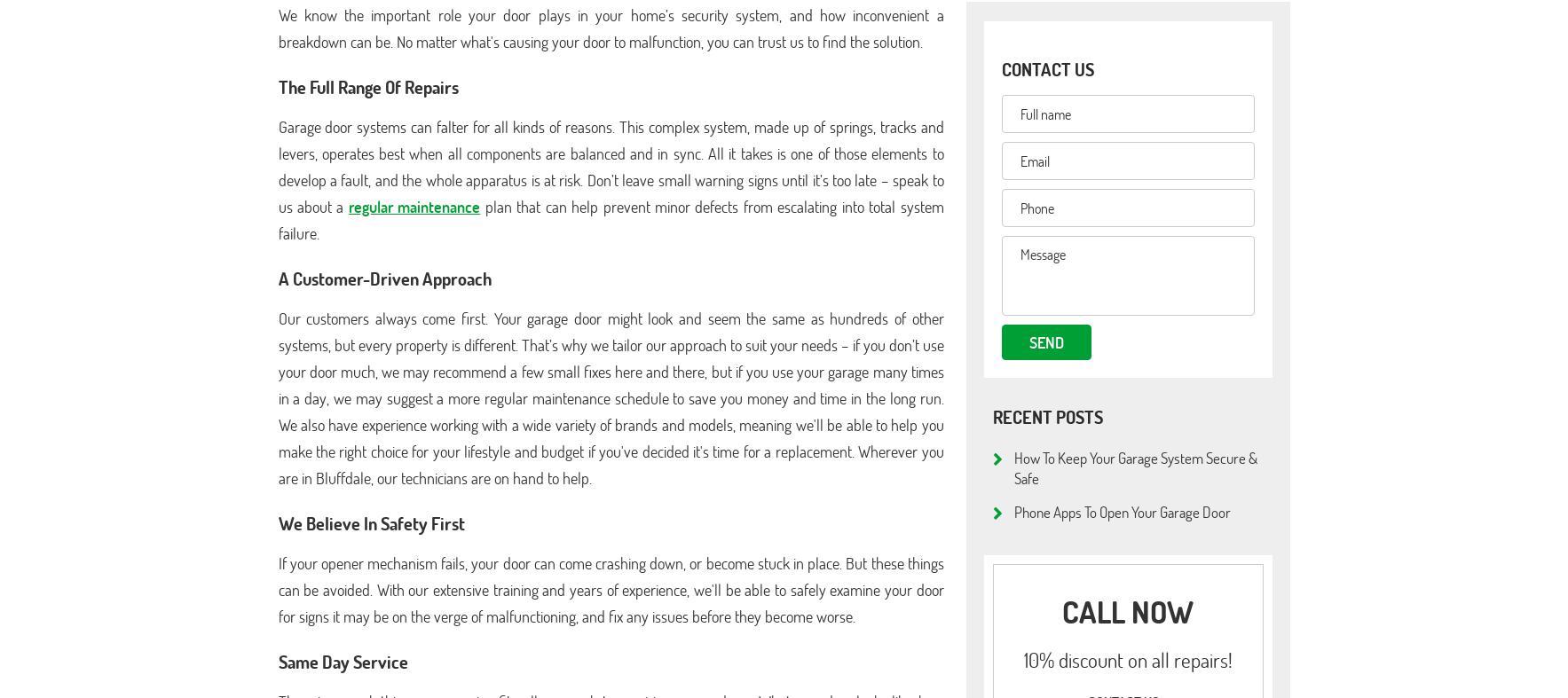  Describe the element at coordinates (414, 207) in the screenshot. I see `'regular maintenance'` at that location.